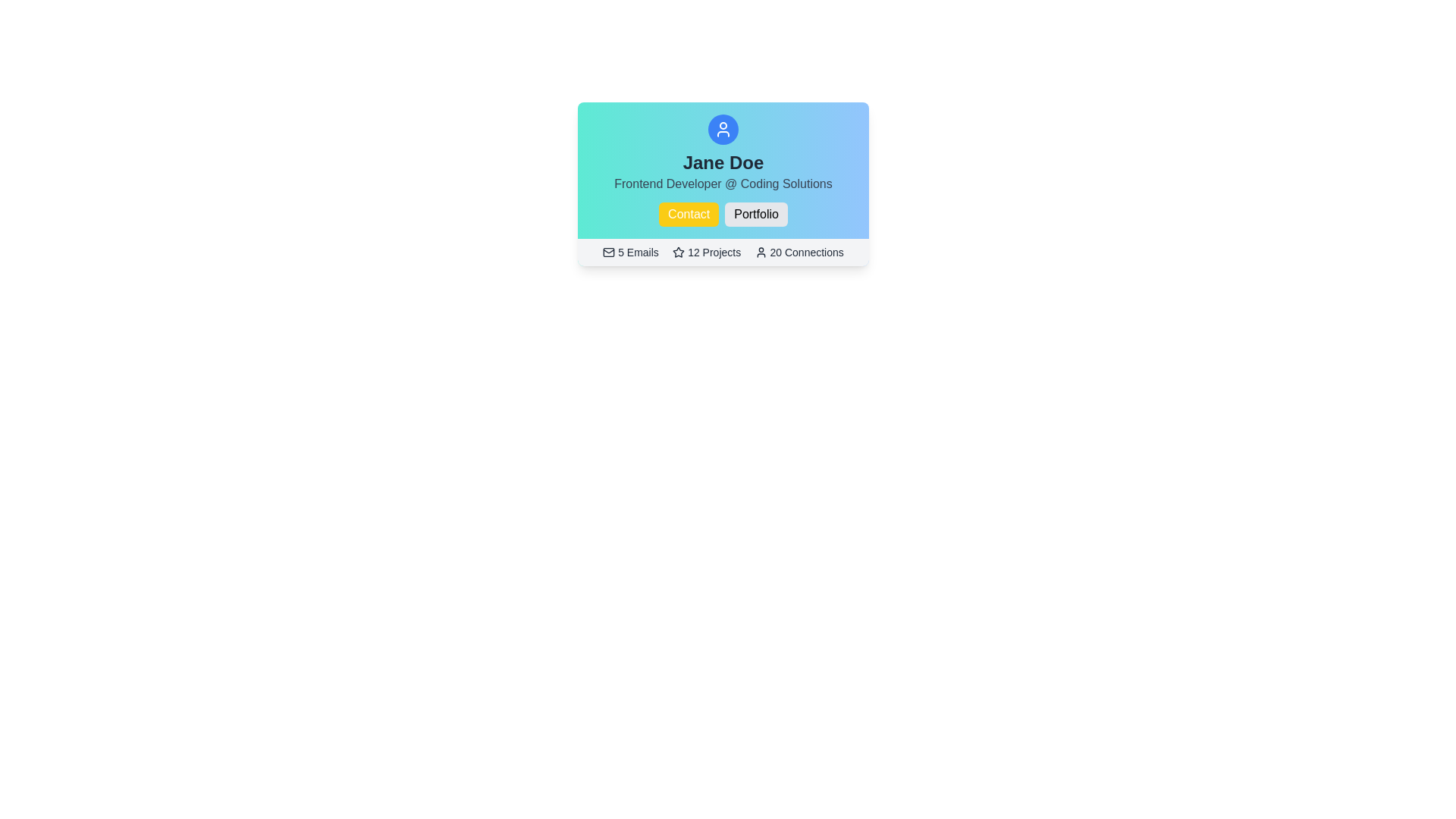  Describe the element at coordinates (723, 128) in the screenshot. I see `the circular user glyph icon with a blue background located above the name 'Jane Doe'` at that location.